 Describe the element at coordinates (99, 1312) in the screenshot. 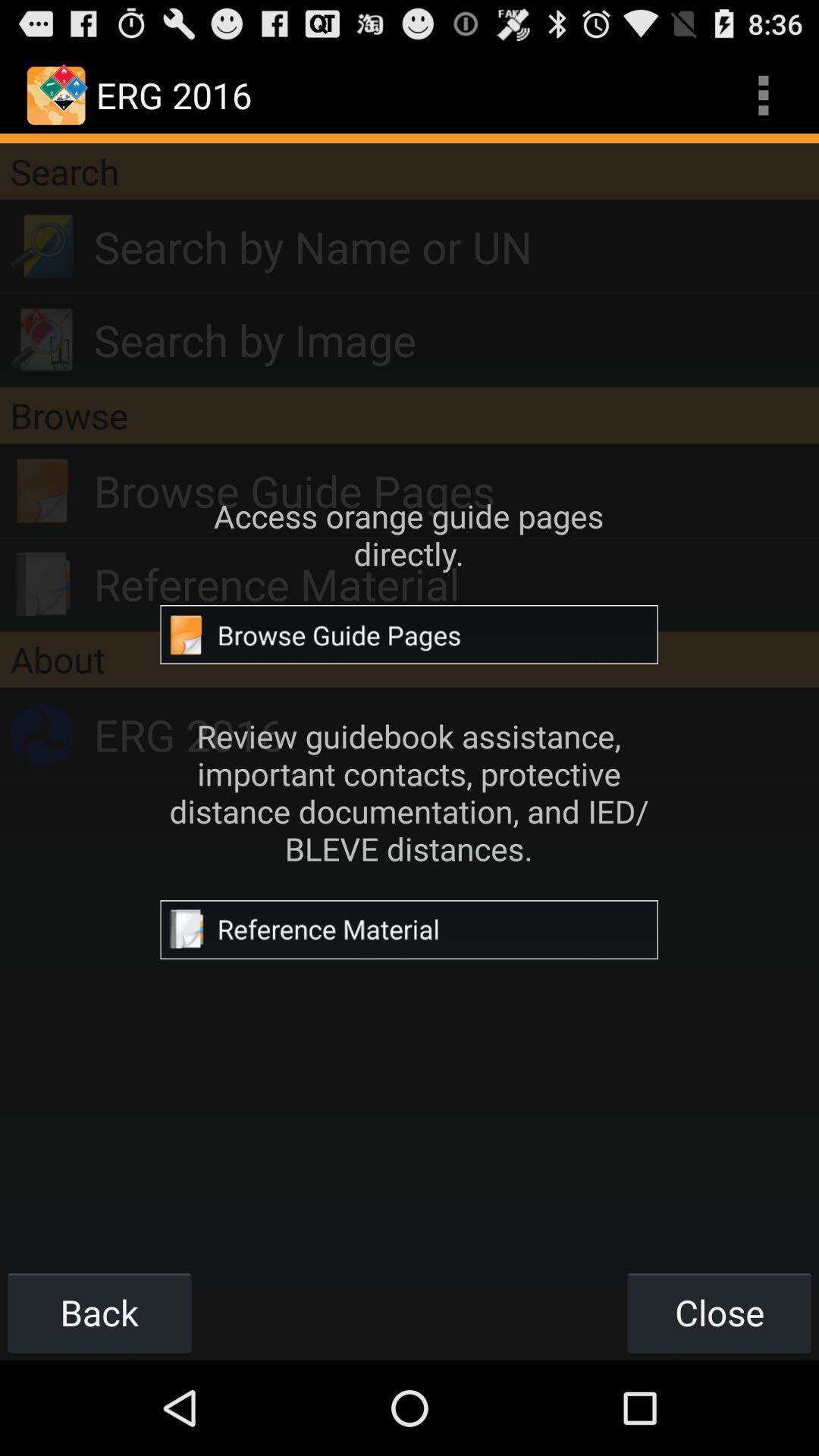

I see `the back button` at that location.